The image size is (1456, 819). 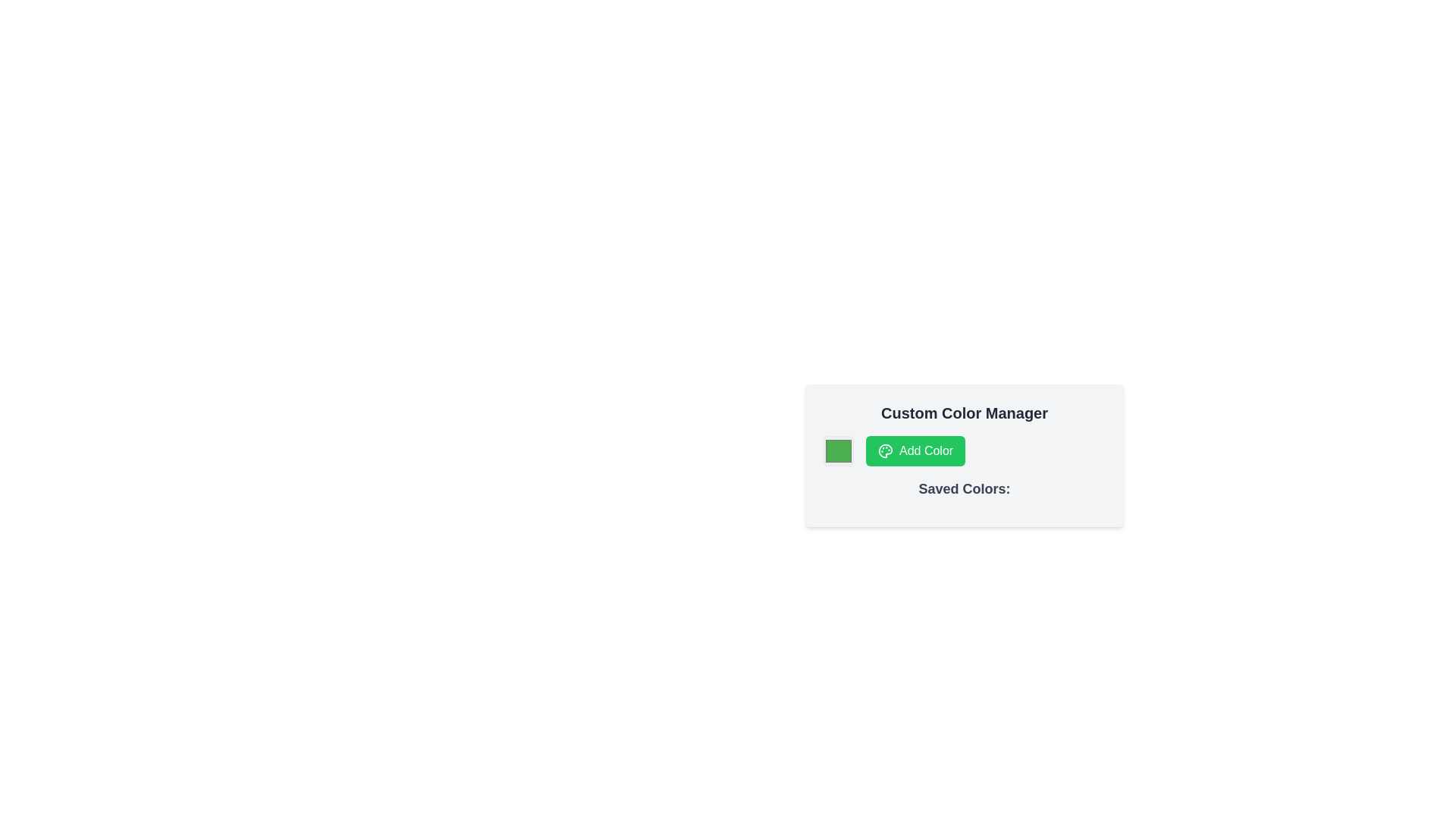 I want to click on the 'Add Color' button located in the 'Custom Color Manager' section, so click(x=964, y=450).